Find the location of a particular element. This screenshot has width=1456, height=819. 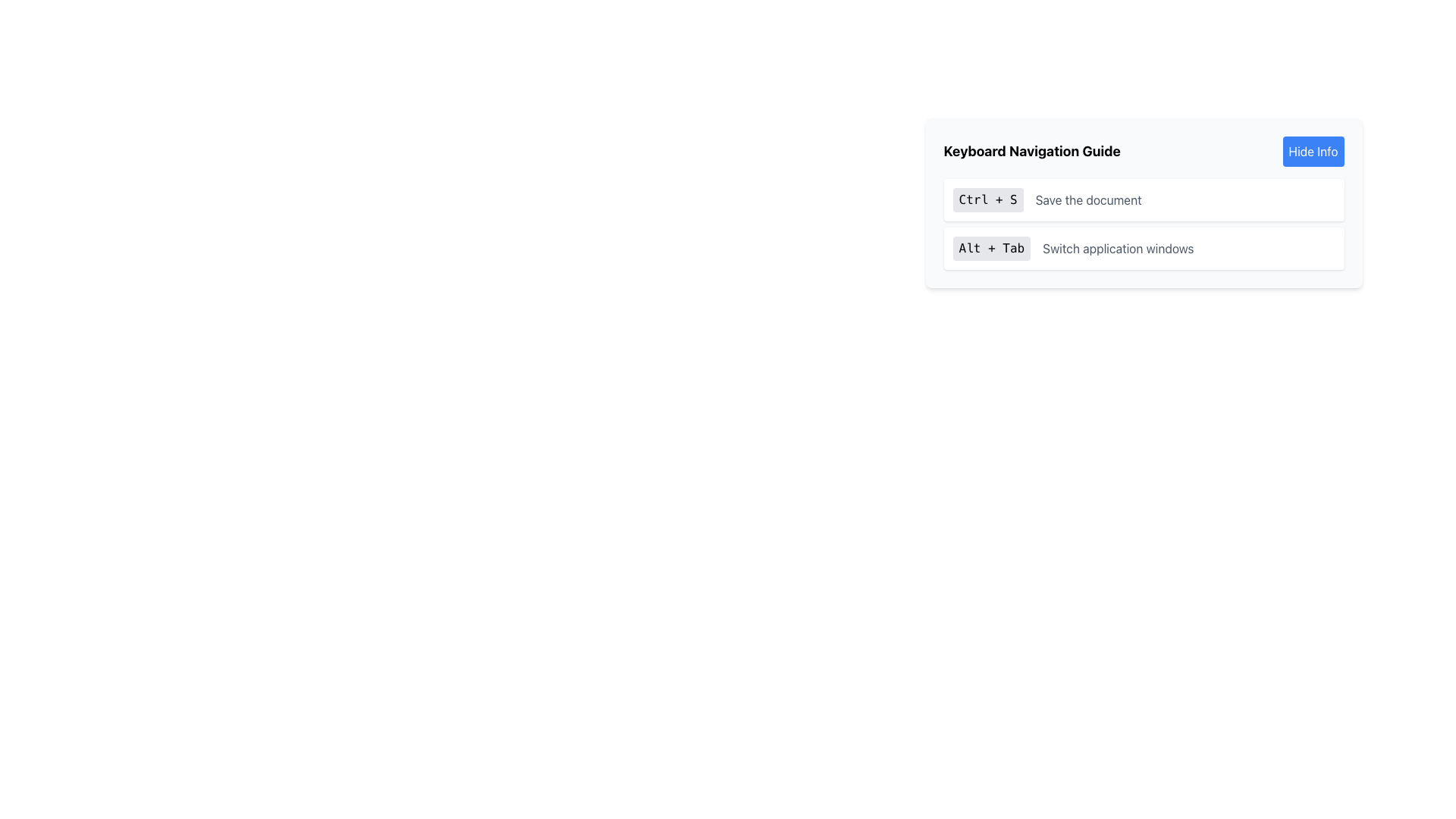

the Informational Panel titled 'Keyboard Navigation Guide' which provides keyboard shortcuts and their functions is located at coordinates (1144, 224).